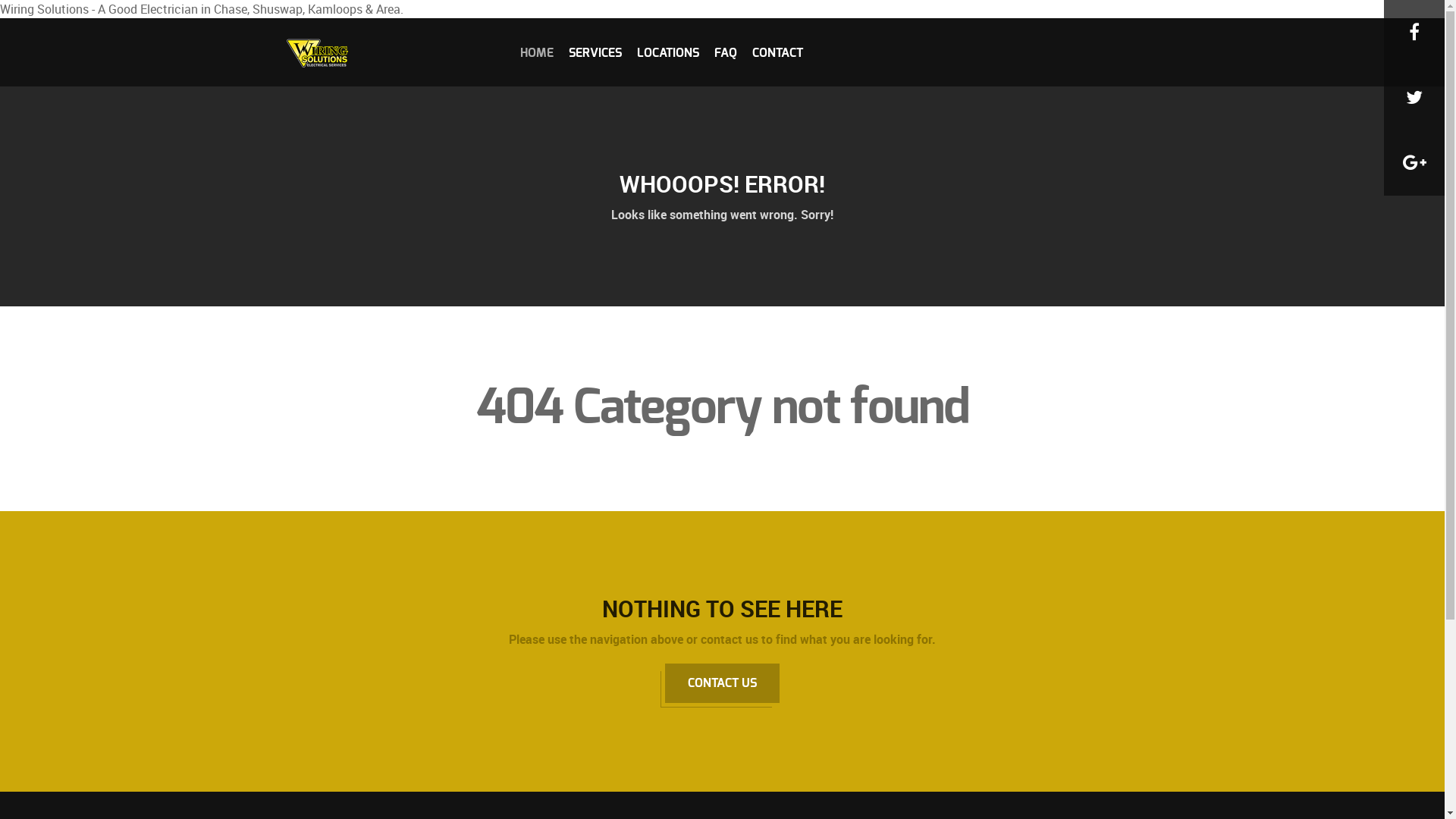  What do you see at coordinates (721, 607) in the screenshot?
I see `'NOTHING TO SEE HERE'` at bounding box center [721, 607].